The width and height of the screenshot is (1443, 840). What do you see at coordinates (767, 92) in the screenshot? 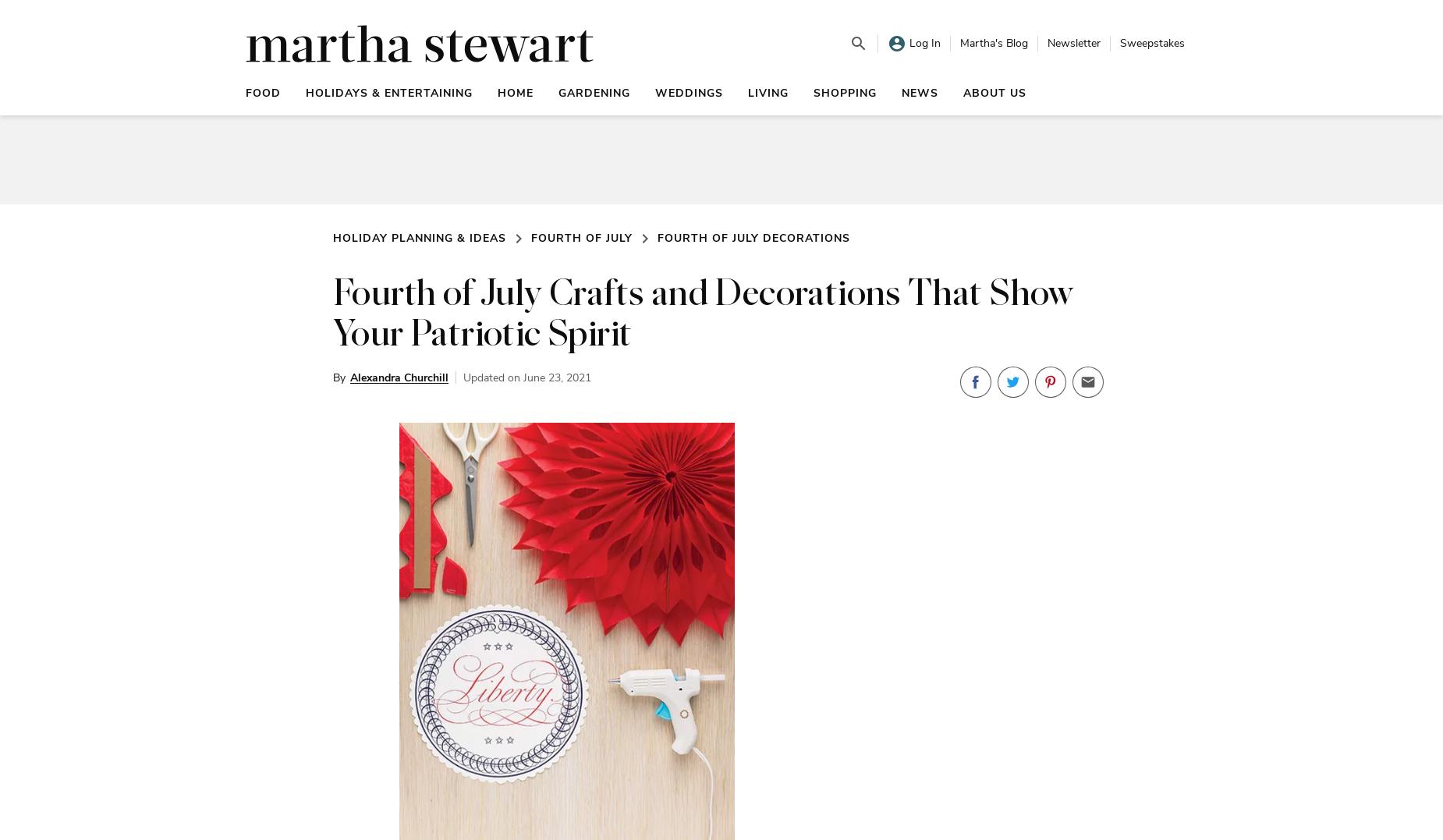
I see `'Living'` at bounding box center [767, 92].